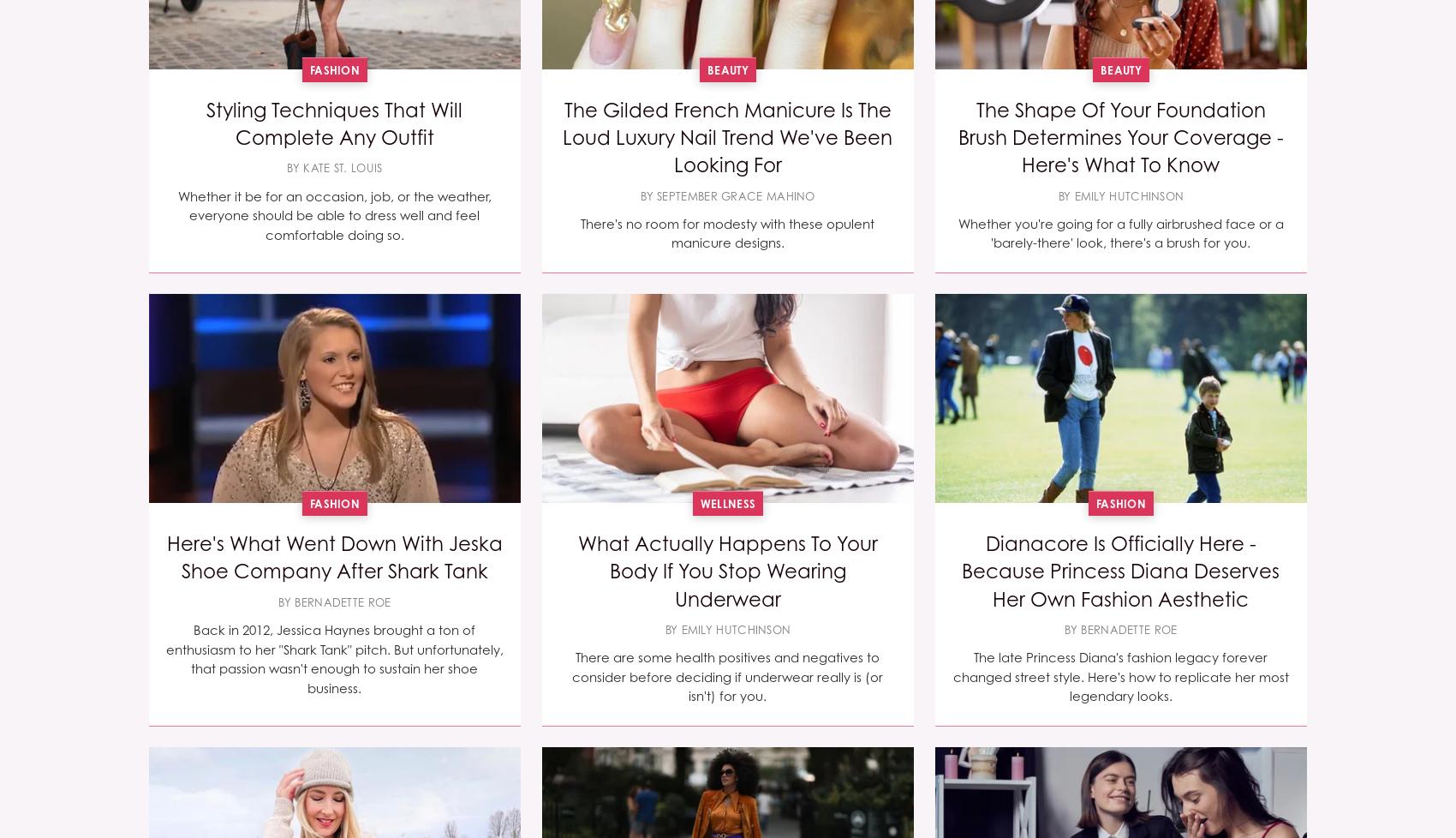  What do you see at coordinates (726, 503) in the screenshot?
I see `'Wellness'` at bounding box center [726, 503].